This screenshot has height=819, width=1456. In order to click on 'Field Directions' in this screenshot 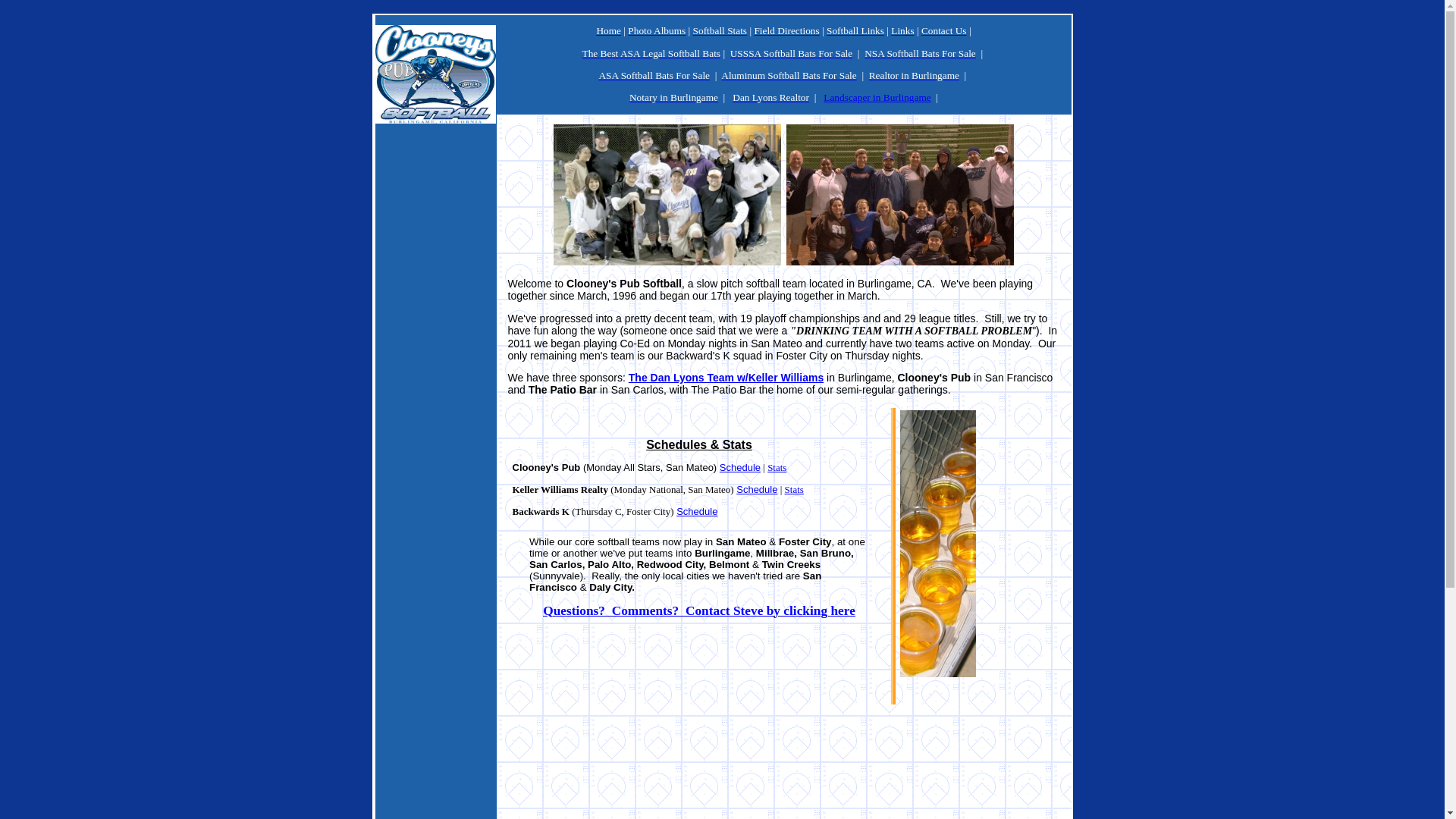, I will do `click(753, 30)`.